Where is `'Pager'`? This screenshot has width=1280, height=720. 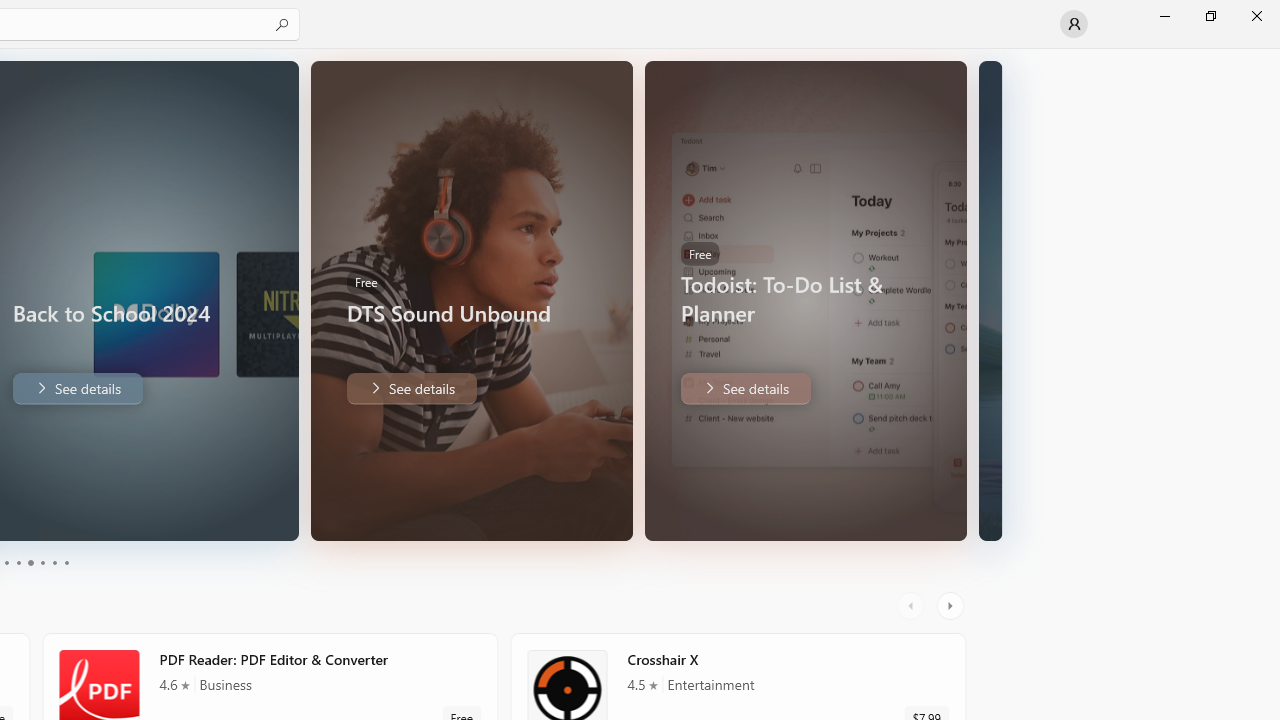 'Pager' is located at coordinates (35, 563).